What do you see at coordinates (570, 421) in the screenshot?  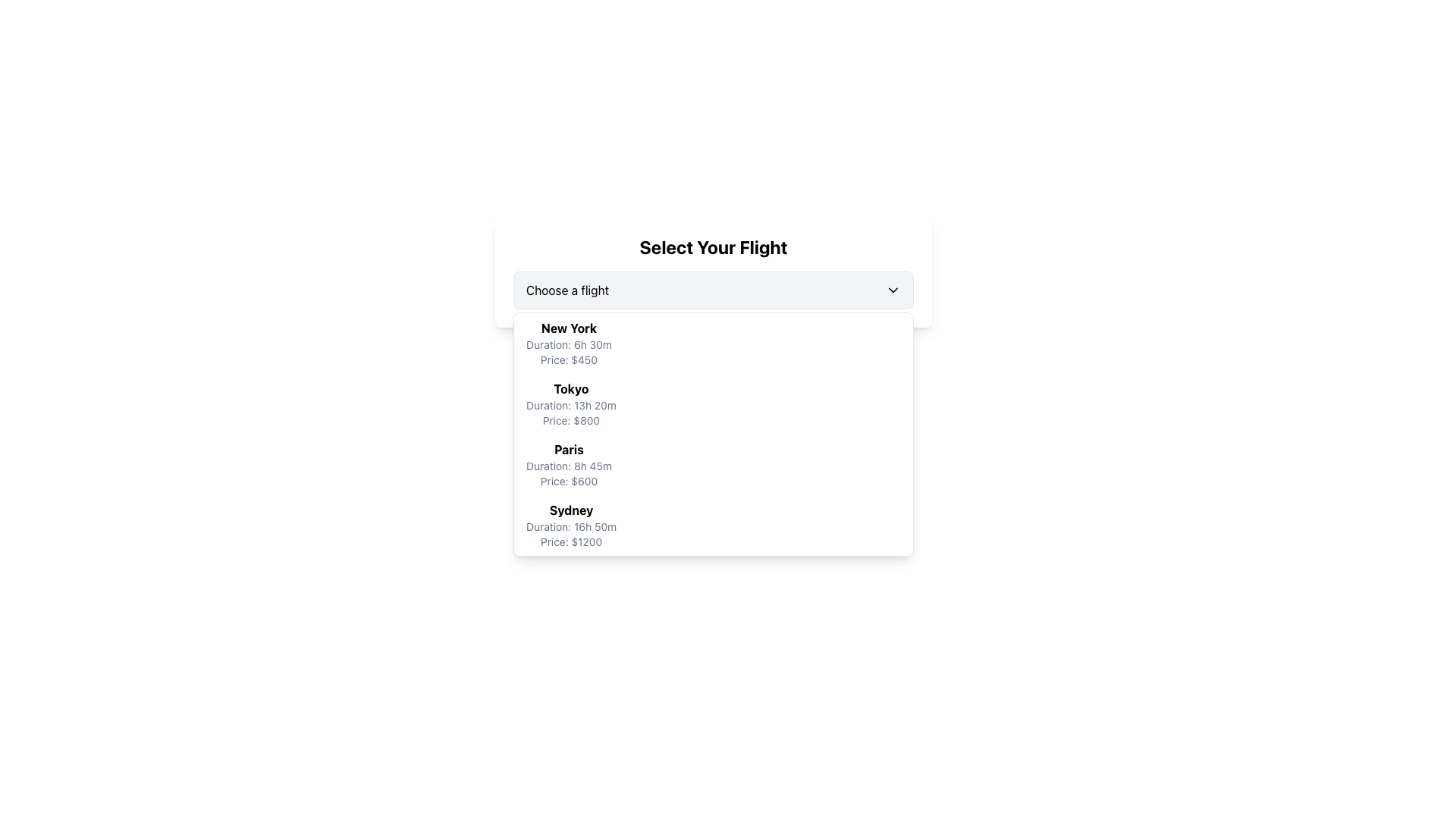 I see `the 'Price: $800' text label, which is displayed in gray and located below the 'Duration: 13h 20m' text` at bounding box center [570, 421].